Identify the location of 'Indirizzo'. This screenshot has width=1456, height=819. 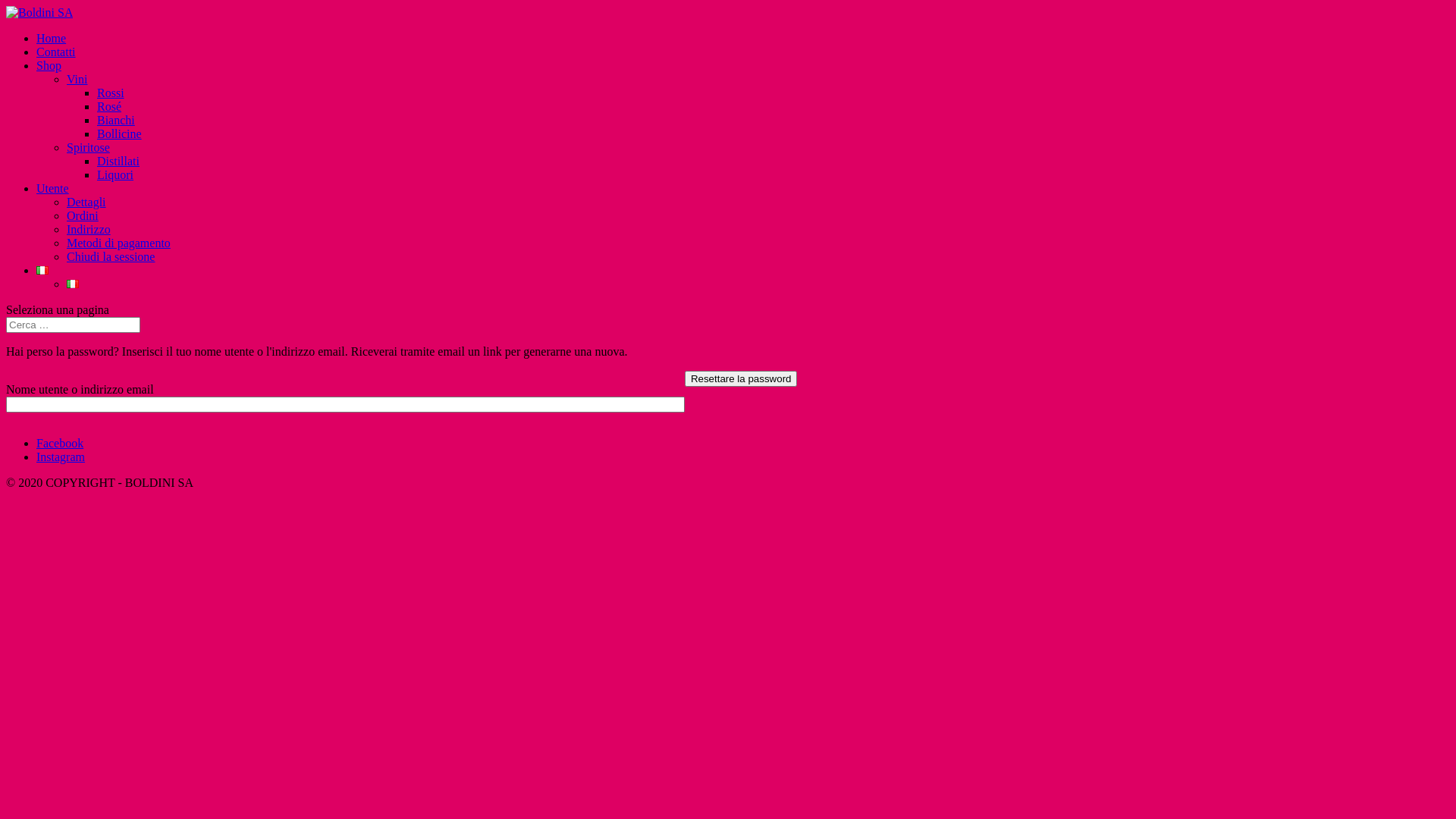
(87, 229).